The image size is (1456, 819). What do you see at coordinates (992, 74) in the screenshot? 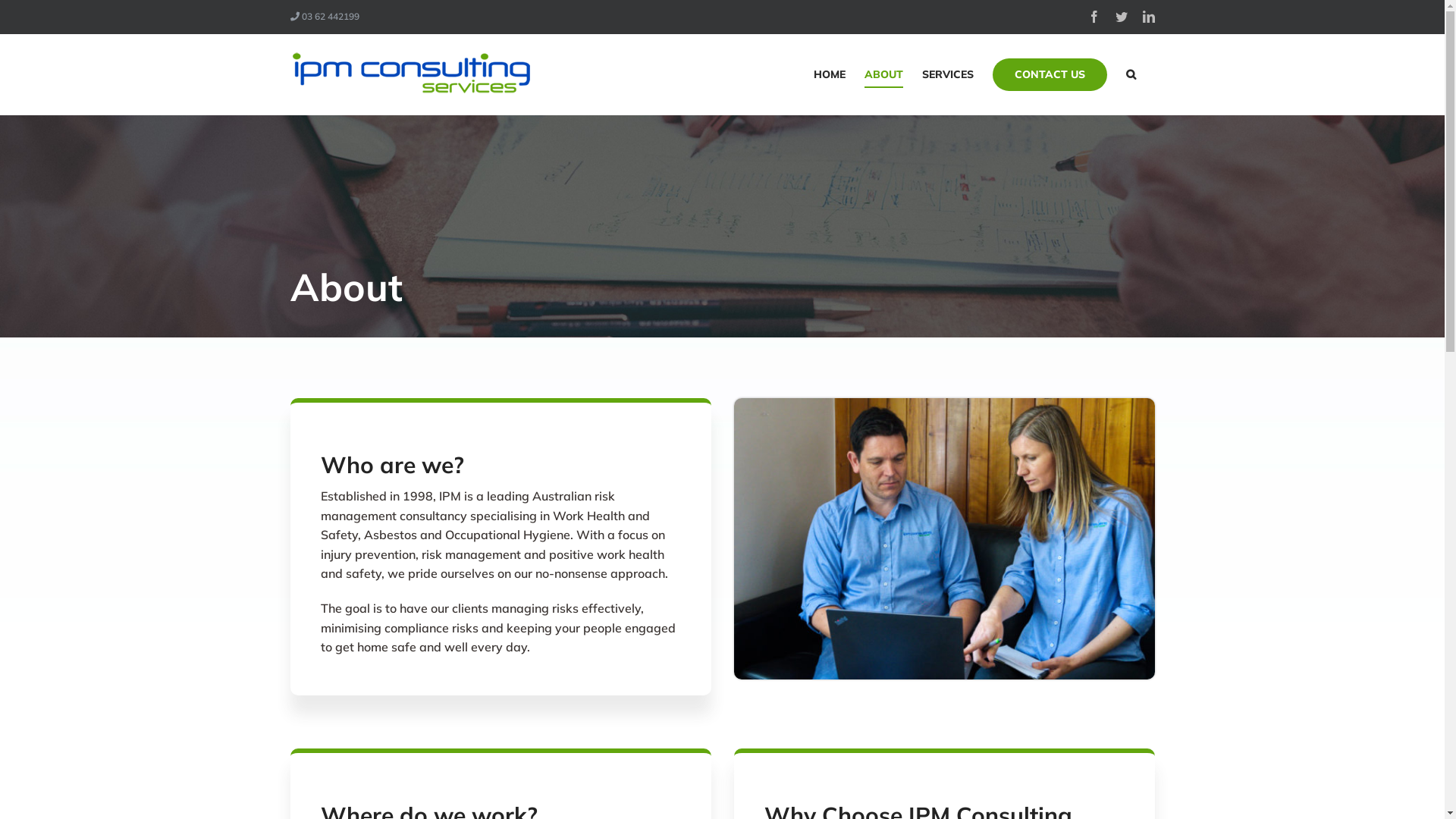
I see `'CONTACT US'` at bounding box center [992, 74].